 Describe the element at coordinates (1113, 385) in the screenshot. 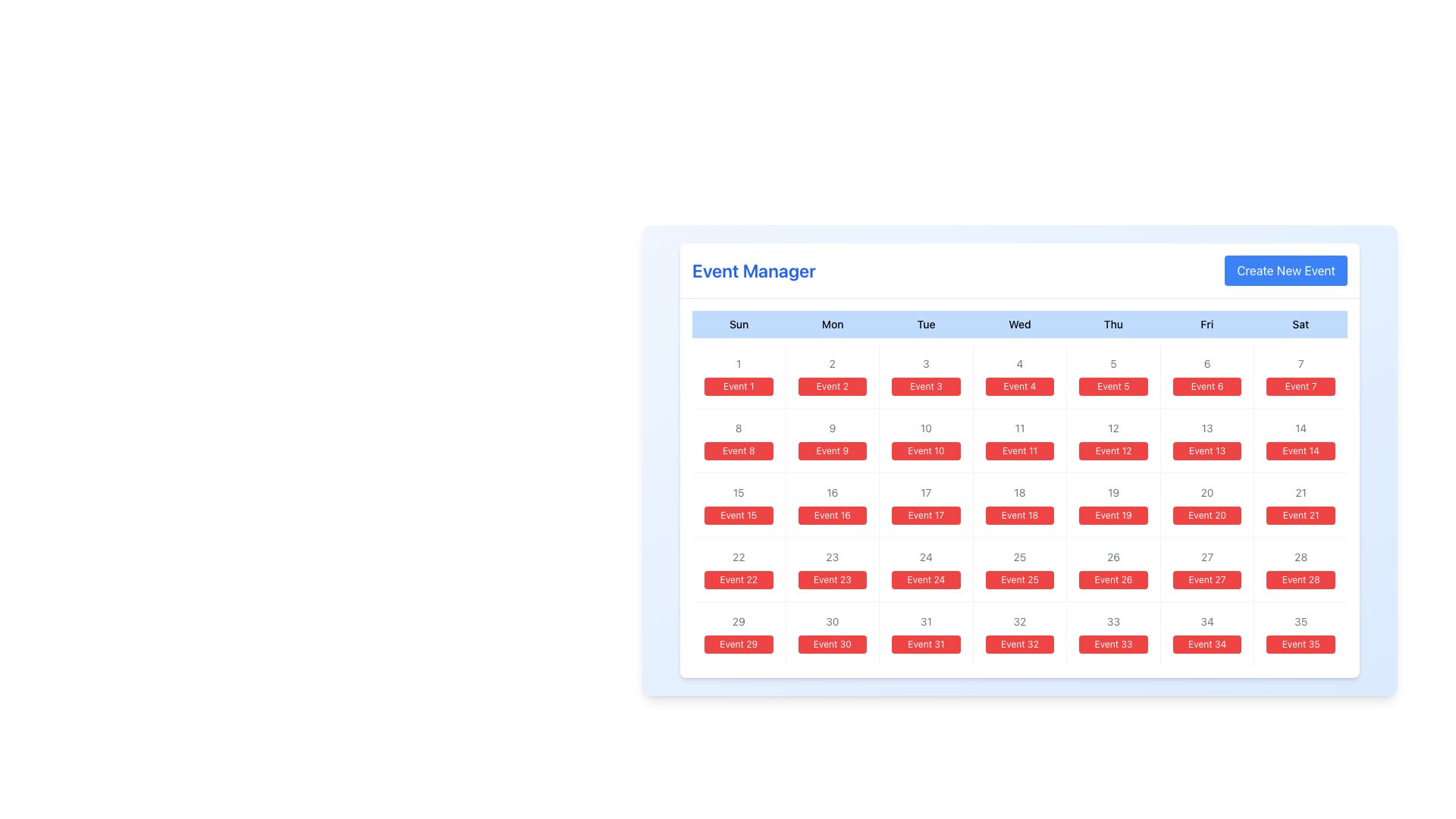

I see `the button representing the fifth event in the calendar located in the Thursday column` at that location.